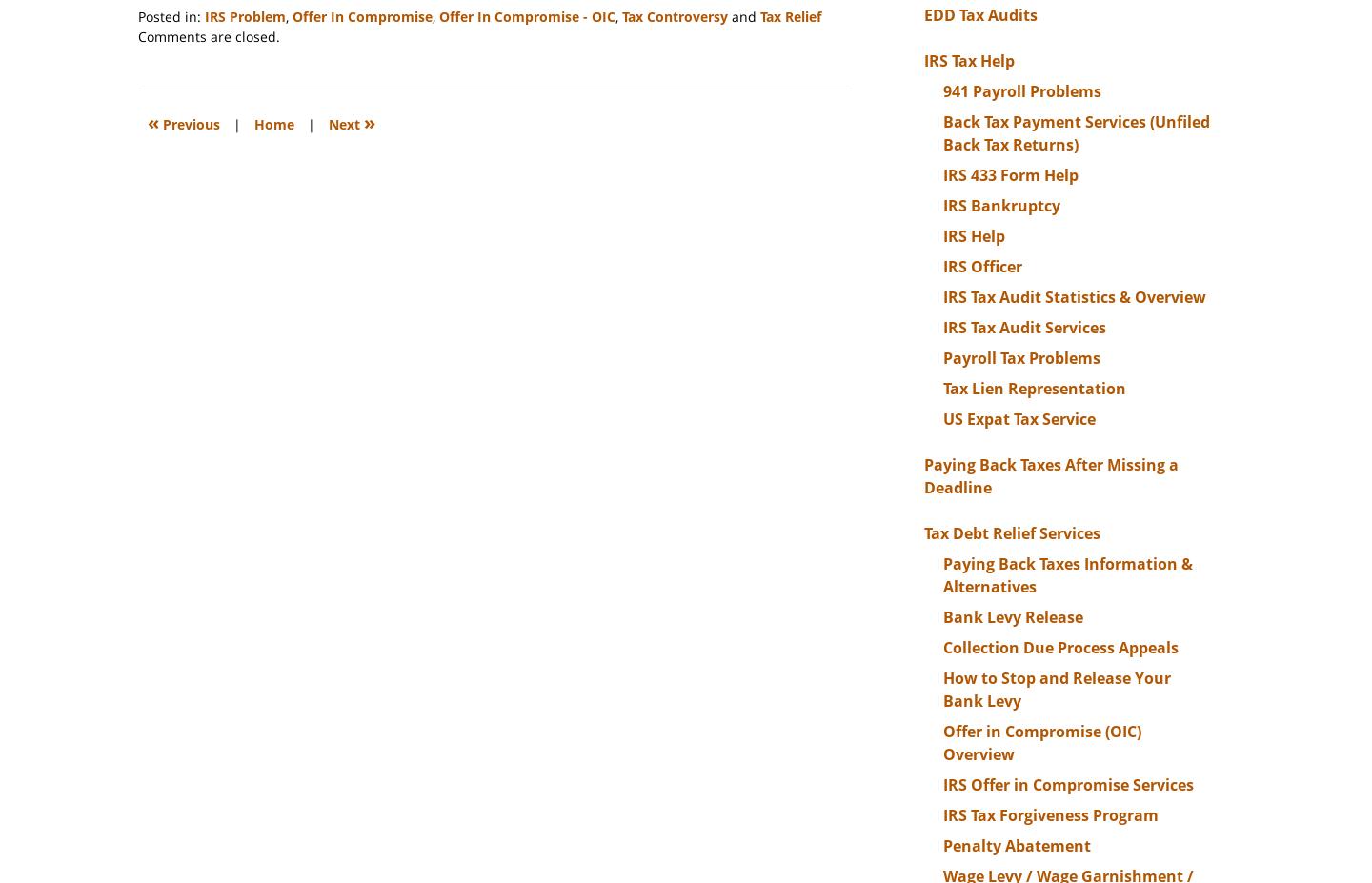  I want to click on 'and', so click(727, 15).